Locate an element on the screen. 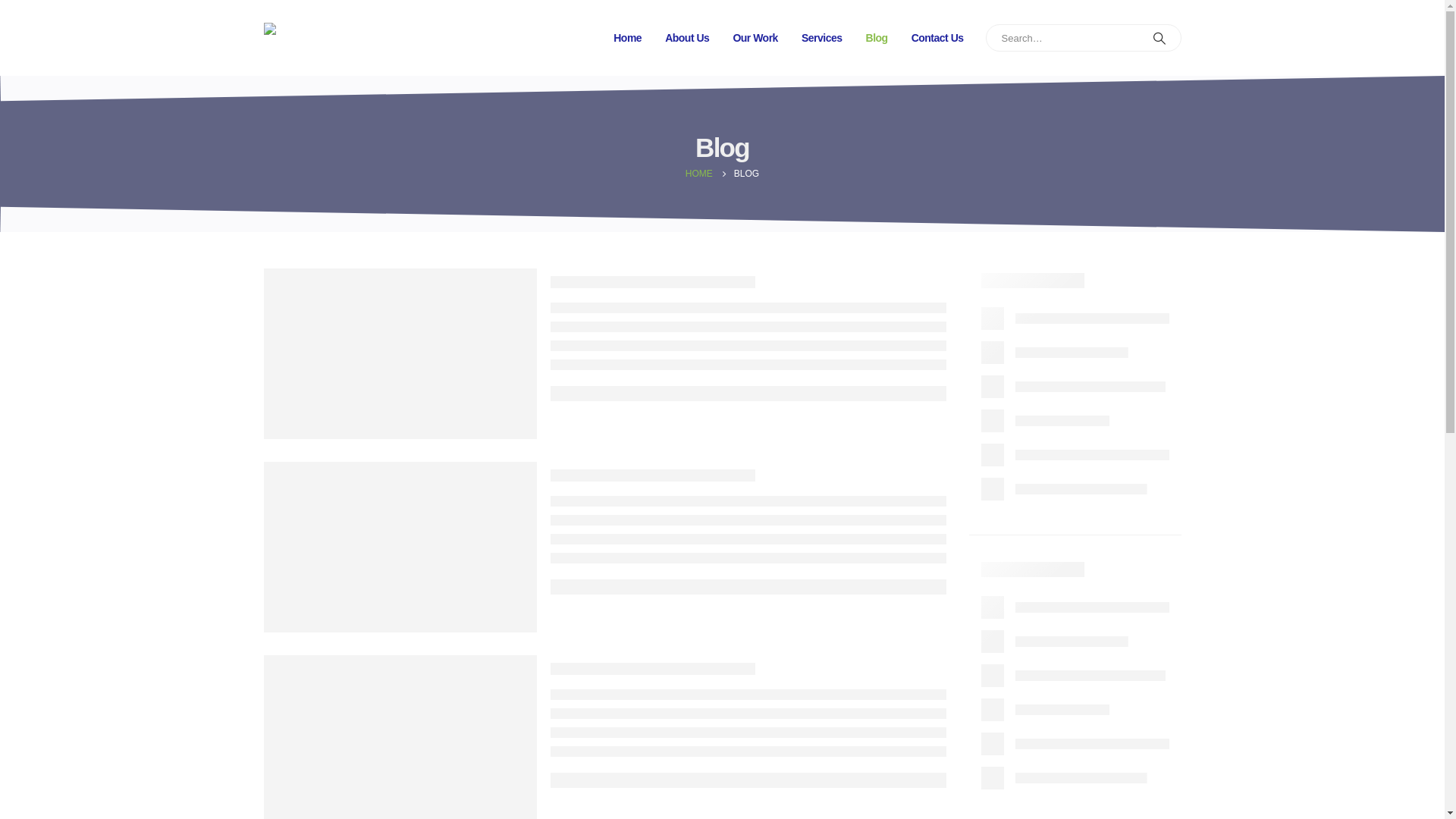  'Home' is located at coordinates (627, 37).